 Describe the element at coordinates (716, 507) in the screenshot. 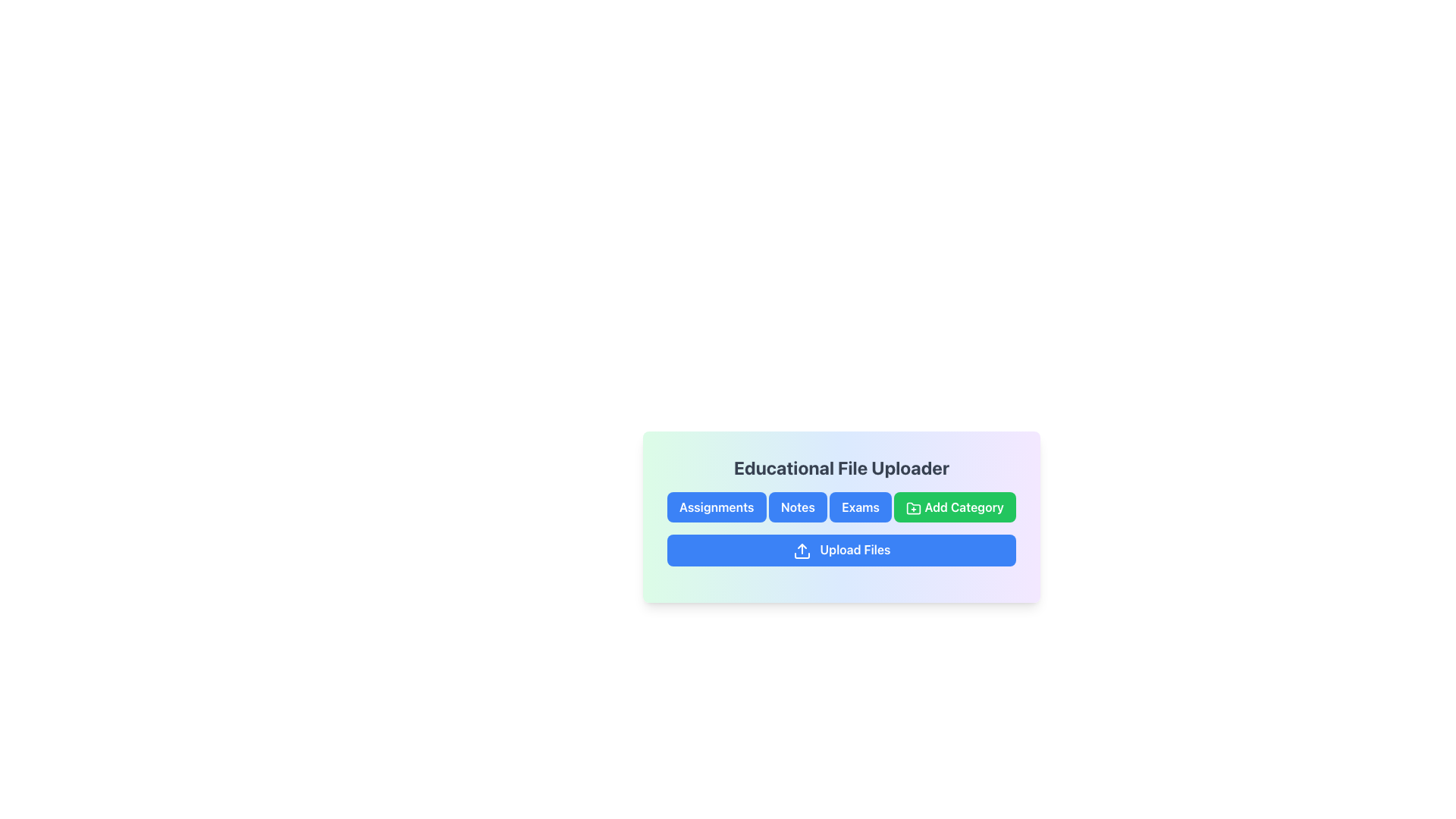

I see `the blue button labeled 'Assignments' located in the top left of the toolbar` at that location.